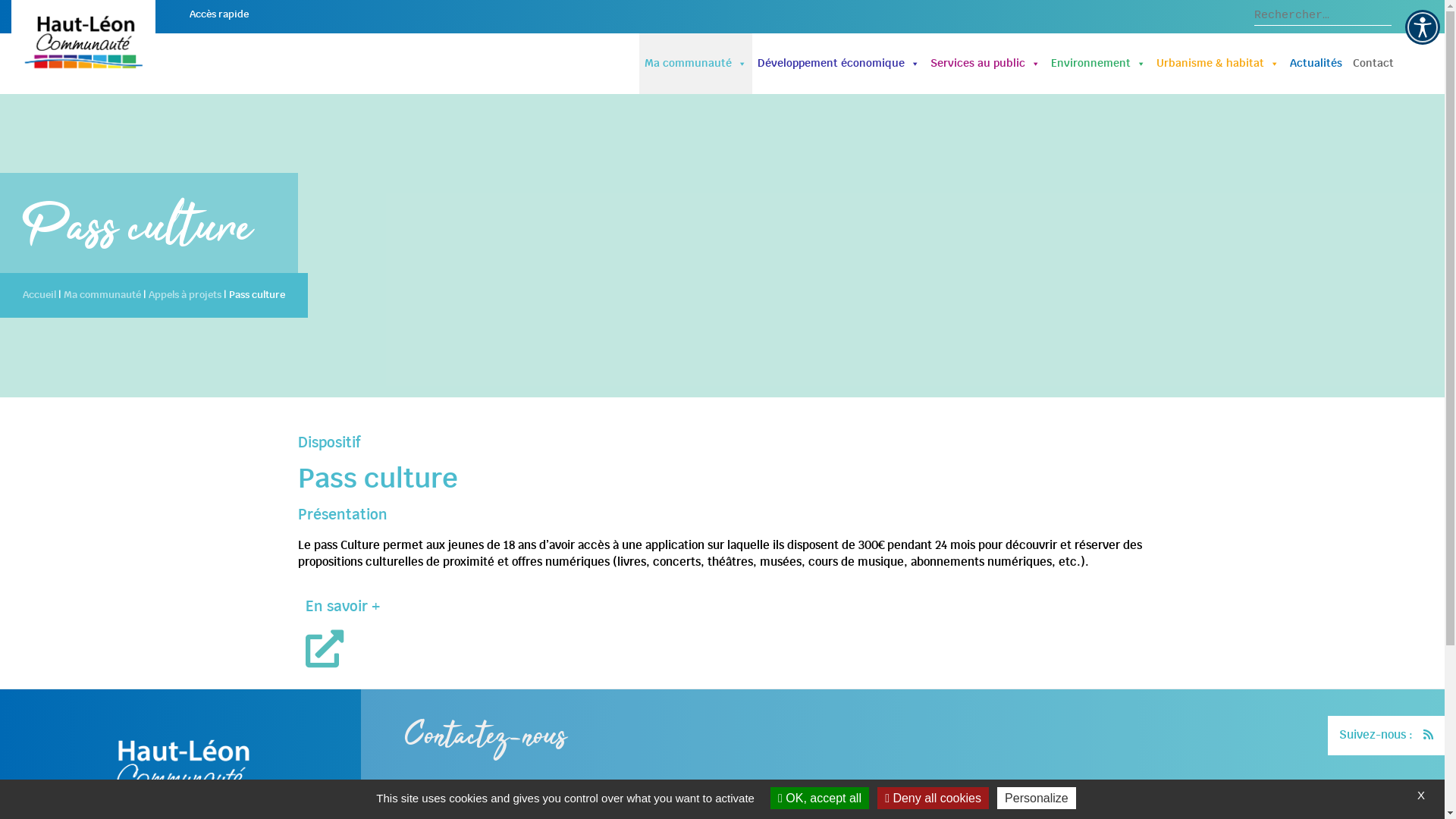 Image resolution: width=1456 pixels, height=819 pixels. What do you see at coordinates (985, 63) in the screenshot?
I see `'Services au public'` at bounding box center [985, 63].